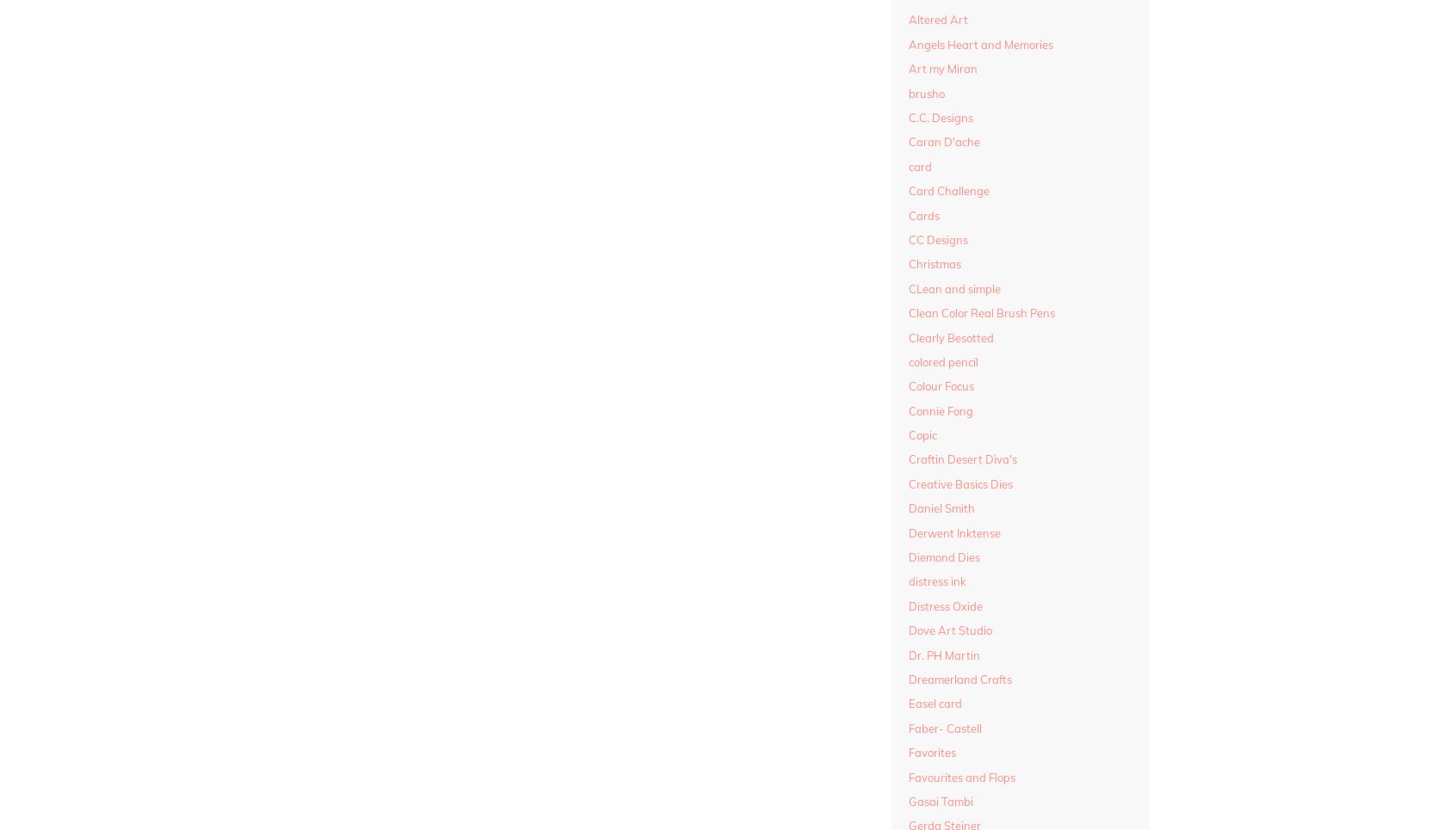 This screenshot has height=830, width=1456. What do you see at coordinates (922, 435) in the screenshot?
I see `'Copic'` at bounding box center [922, 435].